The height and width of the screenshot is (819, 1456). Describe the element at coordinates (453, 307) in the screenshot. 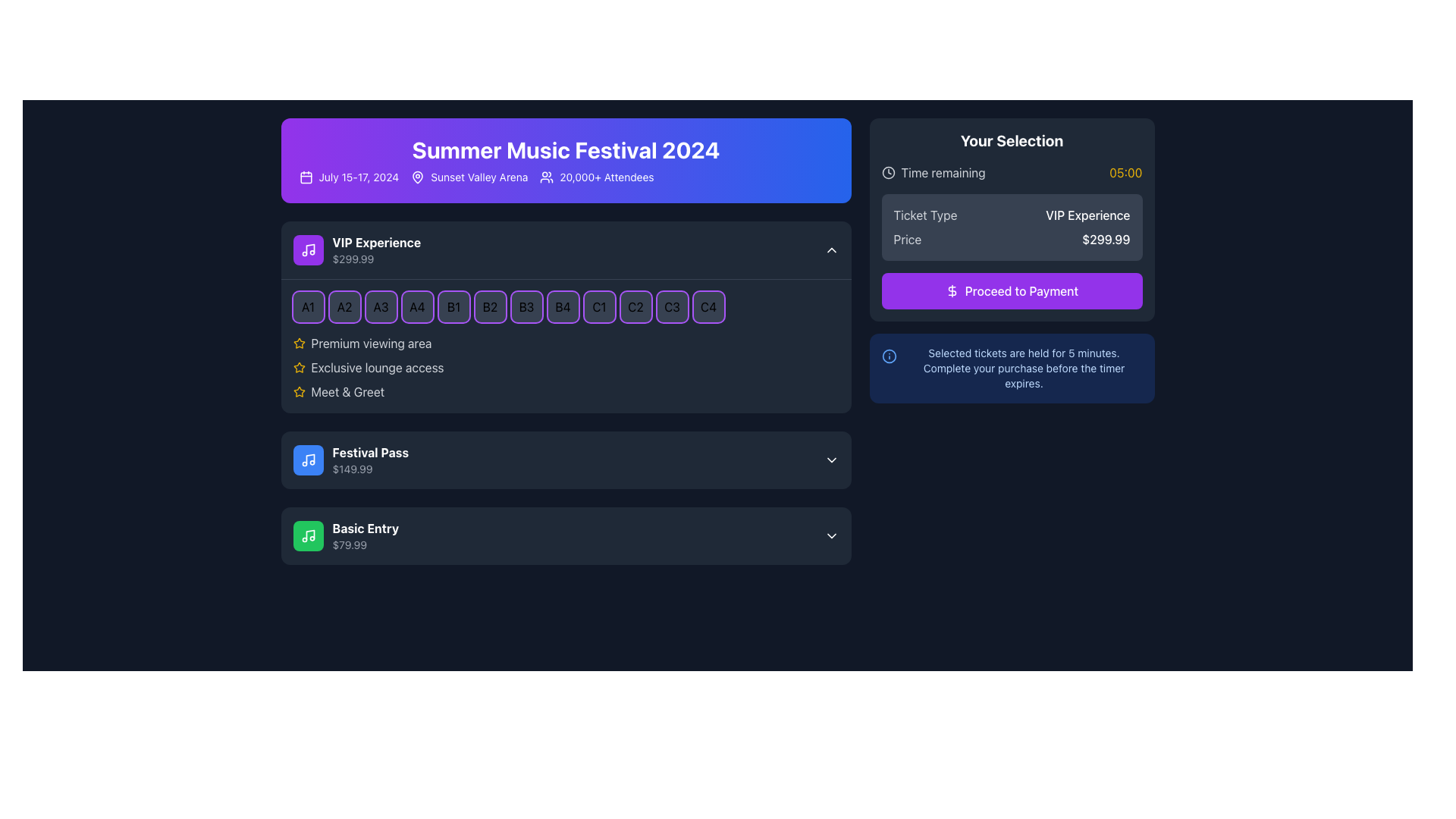

I see `the button labeled 'B1' with a dark background and purple outline in the 'VIP Experience' section` at that location.